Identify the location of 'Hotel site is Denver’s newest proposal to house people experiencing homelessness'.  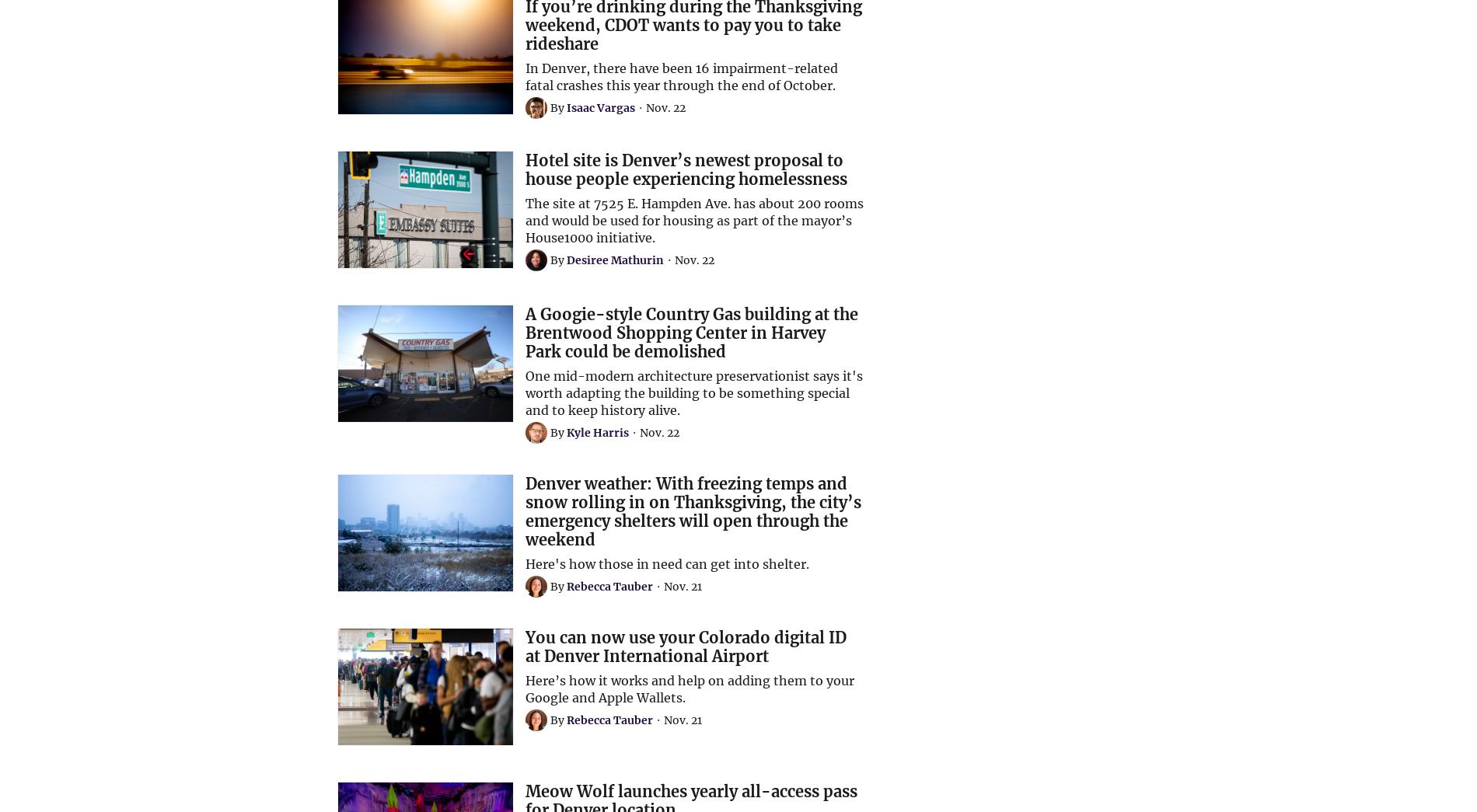
(685, 169).